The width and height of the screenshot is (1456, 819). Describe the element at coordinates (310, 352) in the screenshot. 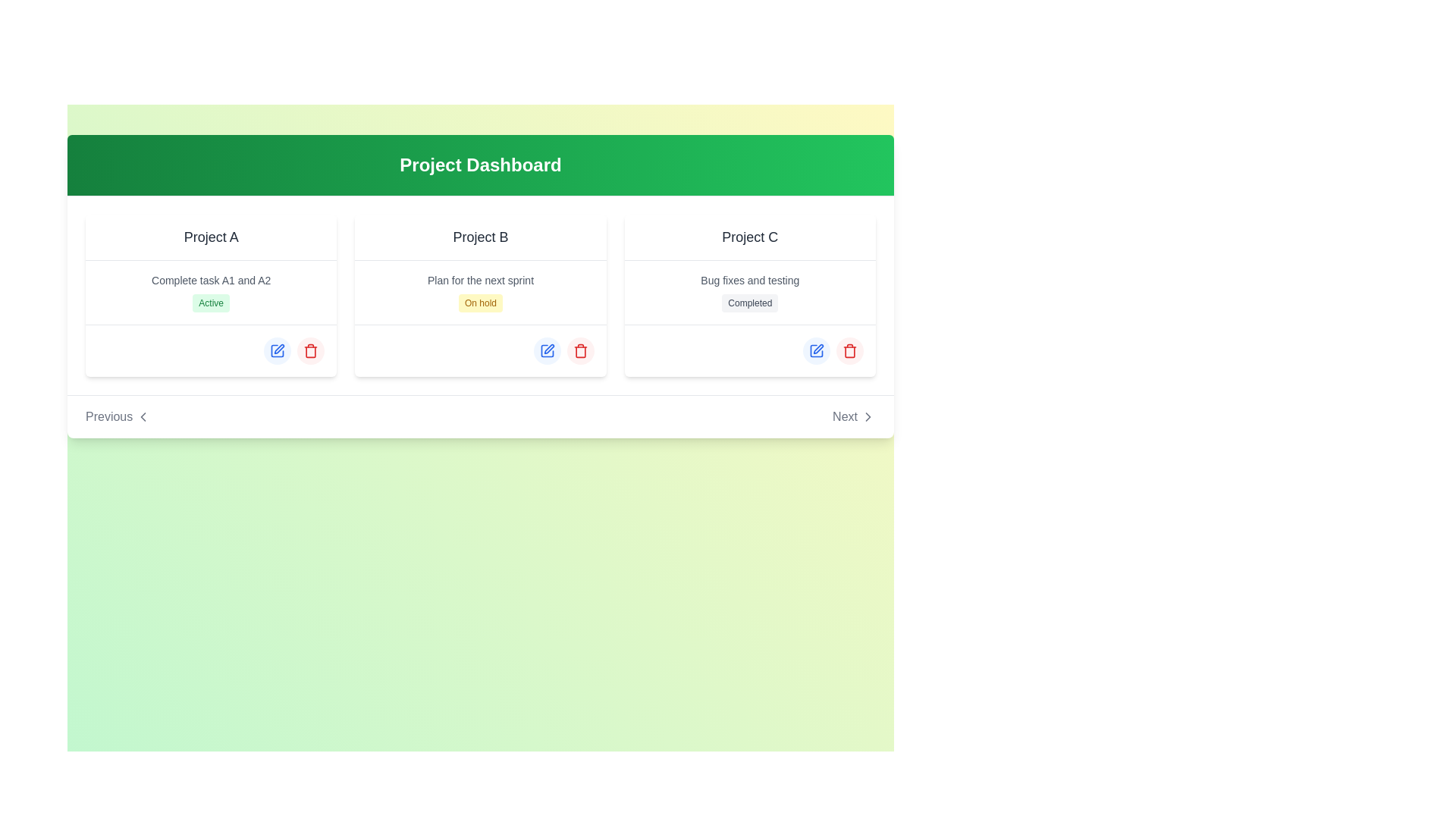

I see `the minimalistic trash can icon element with rounded corners located on the right side of the 'Project A' card in the dashboard` at that location.